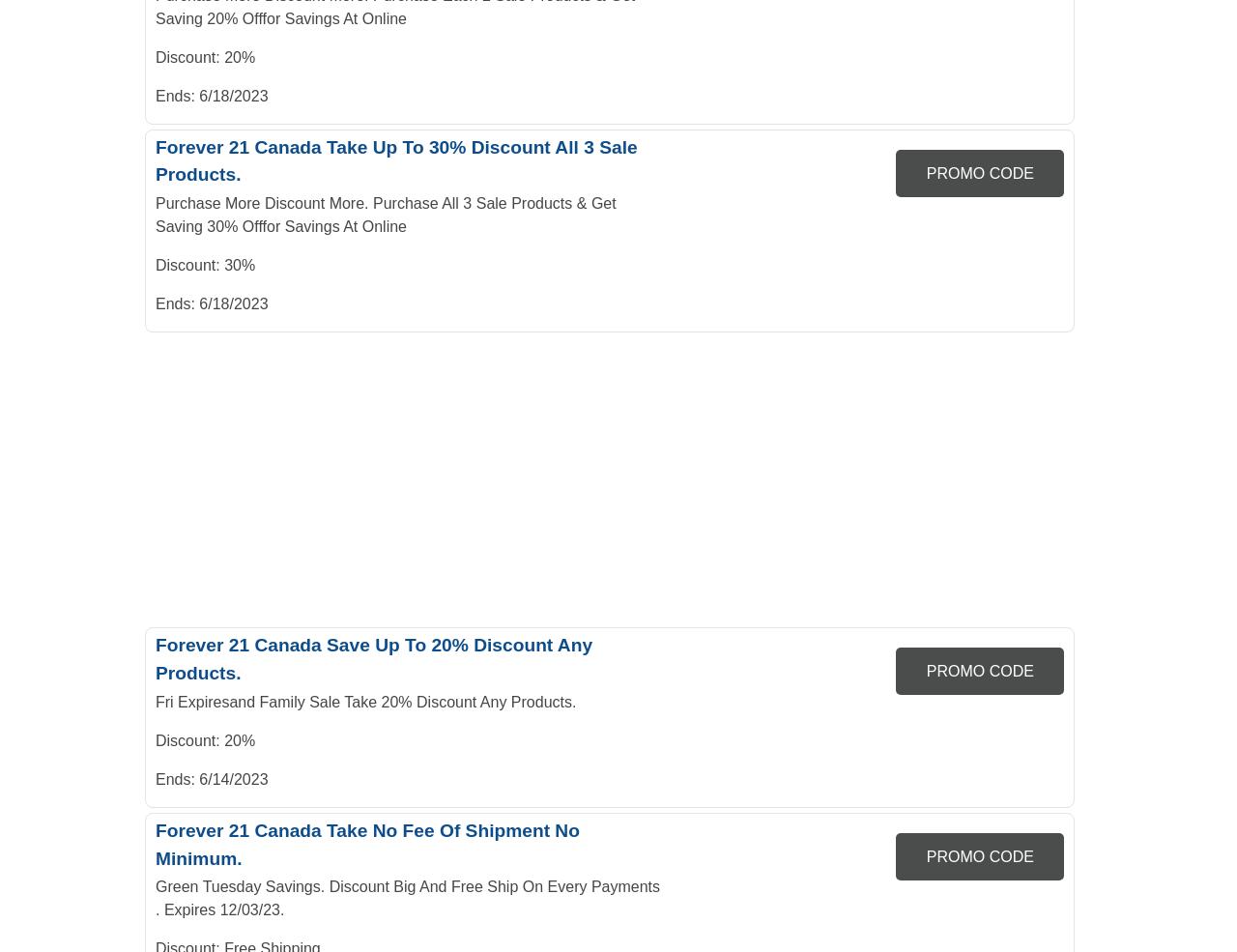 The height and width of the screenshot is (952, 1237). I want to click on 'Discount: 30%', so click(205, 264).